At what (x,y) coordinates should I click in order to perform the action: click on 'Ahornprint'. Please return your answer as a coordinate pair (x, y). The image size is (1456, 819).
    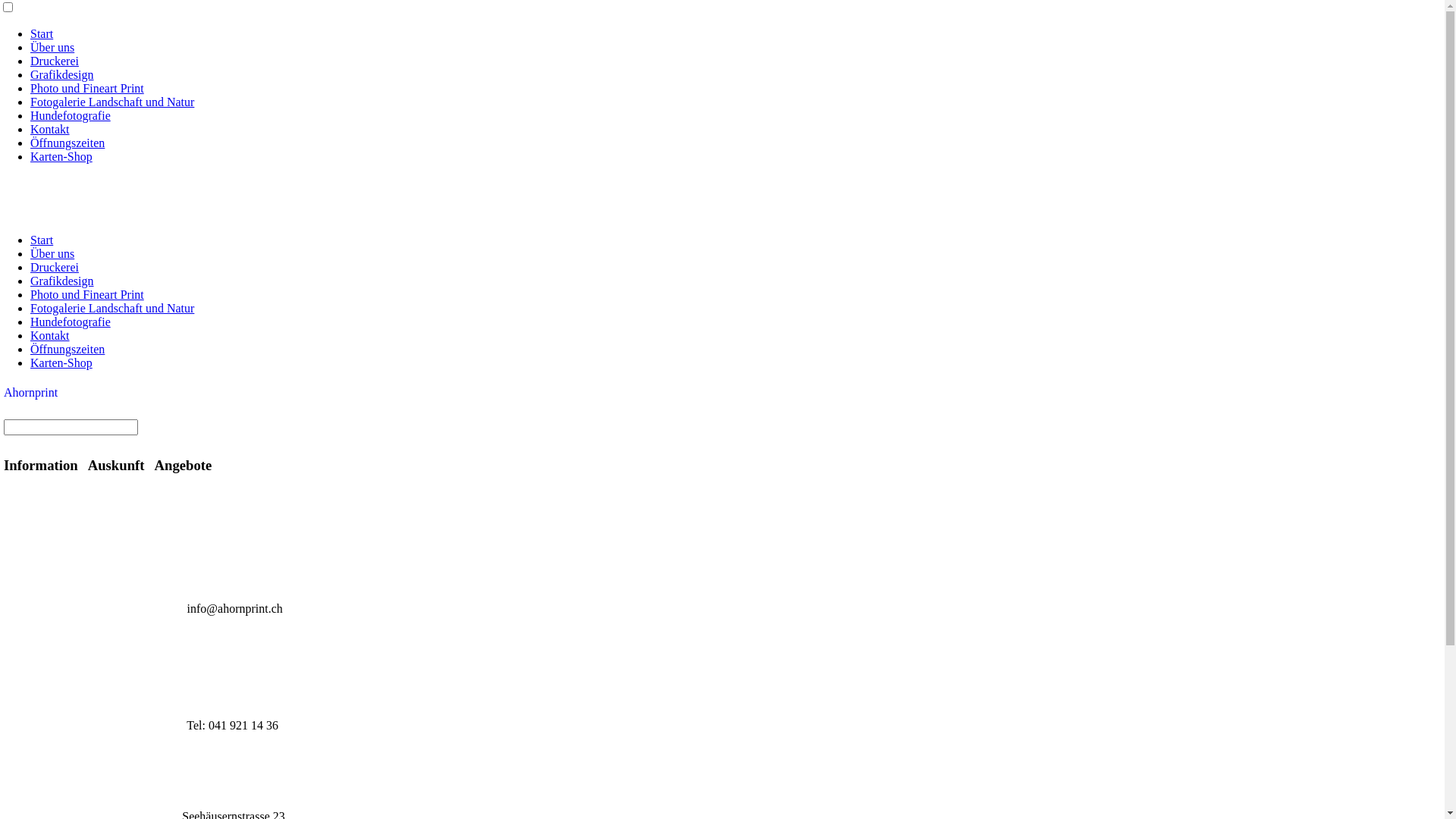
    Looking at the image, I should click on (30, 391).